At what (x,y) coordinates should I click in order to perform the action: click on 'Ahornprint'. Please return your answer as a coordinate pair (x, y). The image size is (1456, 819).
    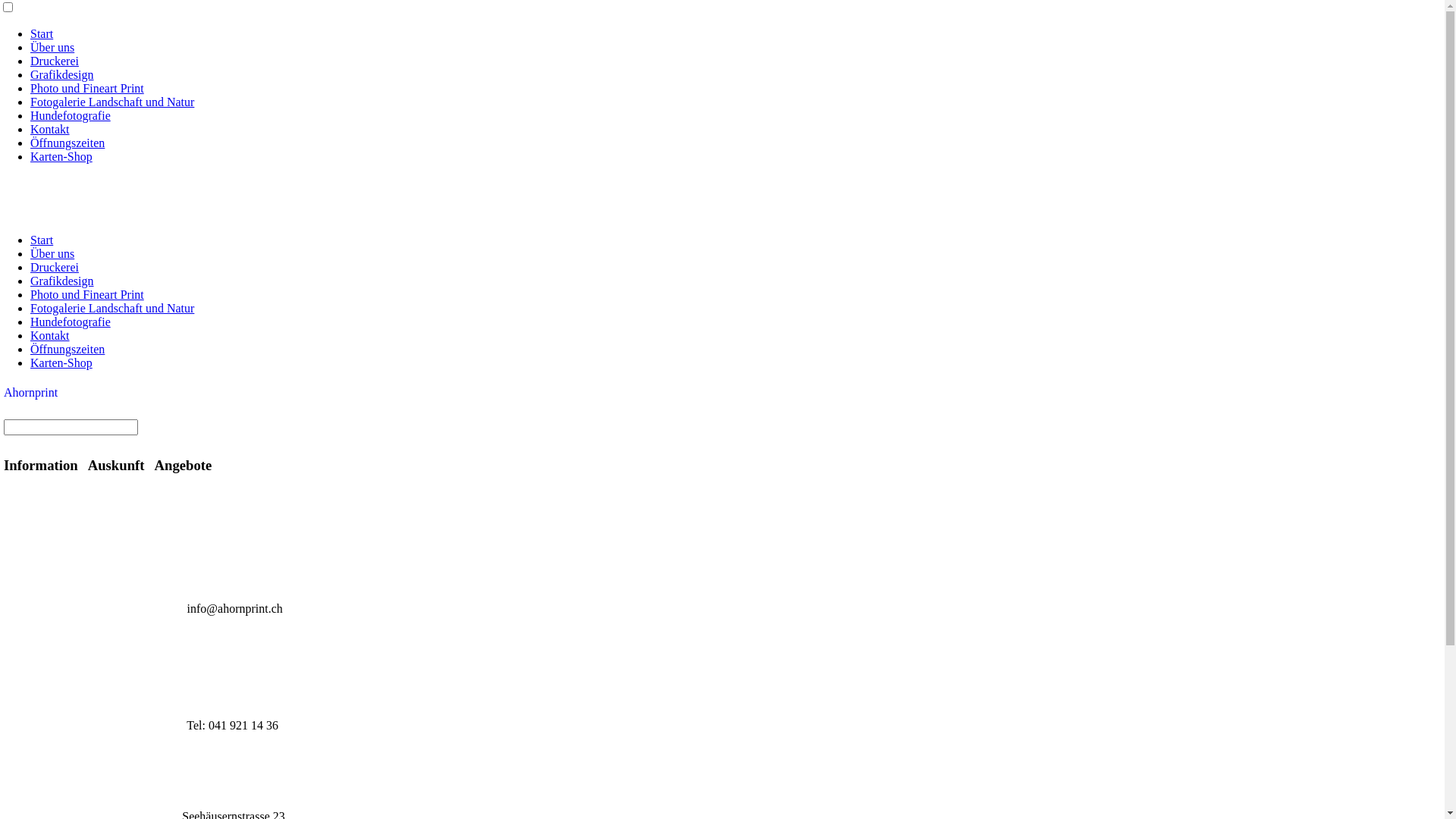
    Looking at the image, I should click on (30, 391).